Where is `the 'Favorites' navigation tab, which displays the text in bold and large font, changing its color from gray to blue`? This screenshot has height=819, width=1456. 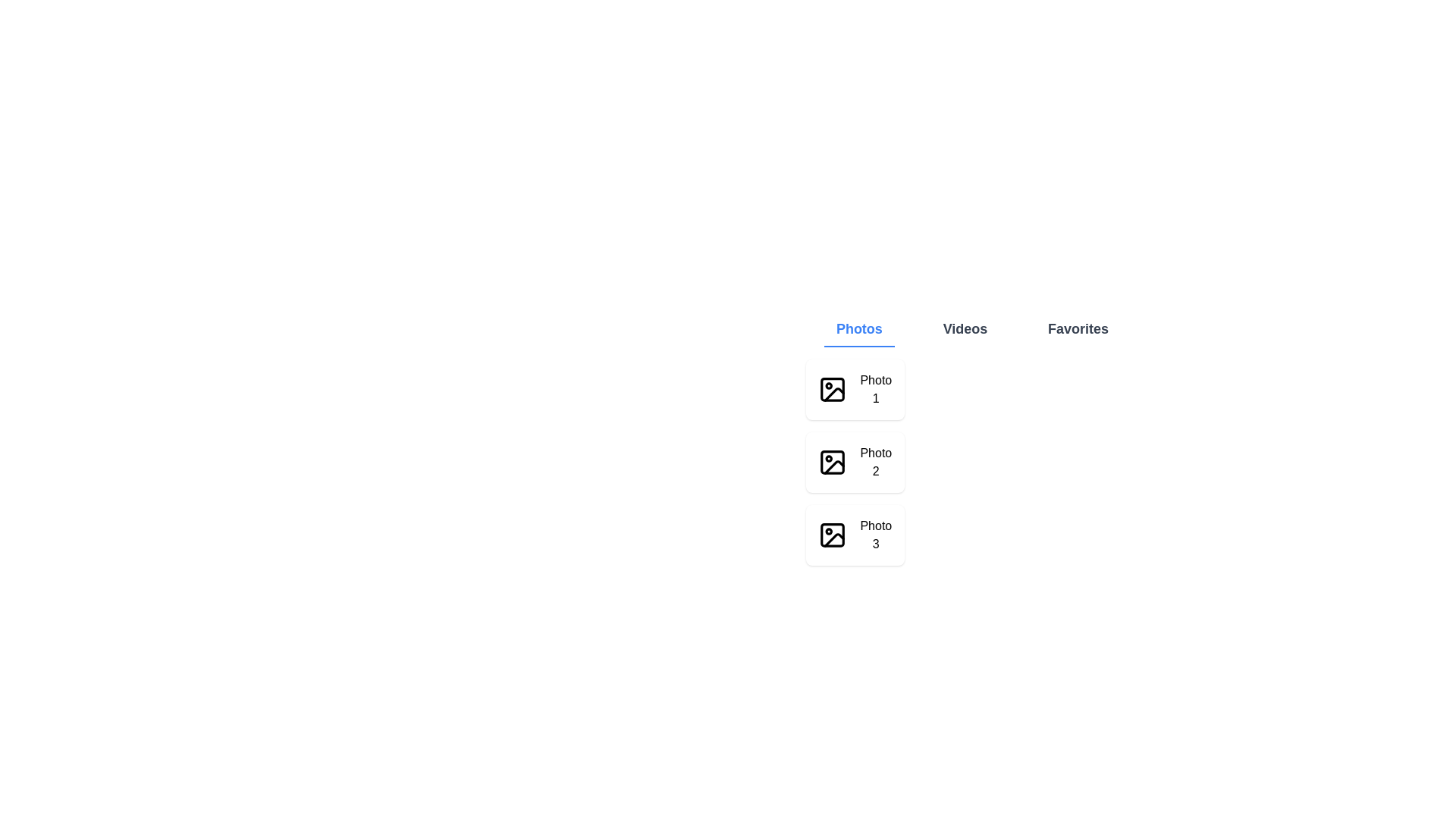
the 'Favorites' navigation tab, which displays the text in bold and large font, changing its color from gray to blue is located at coordinates (1078, 329).